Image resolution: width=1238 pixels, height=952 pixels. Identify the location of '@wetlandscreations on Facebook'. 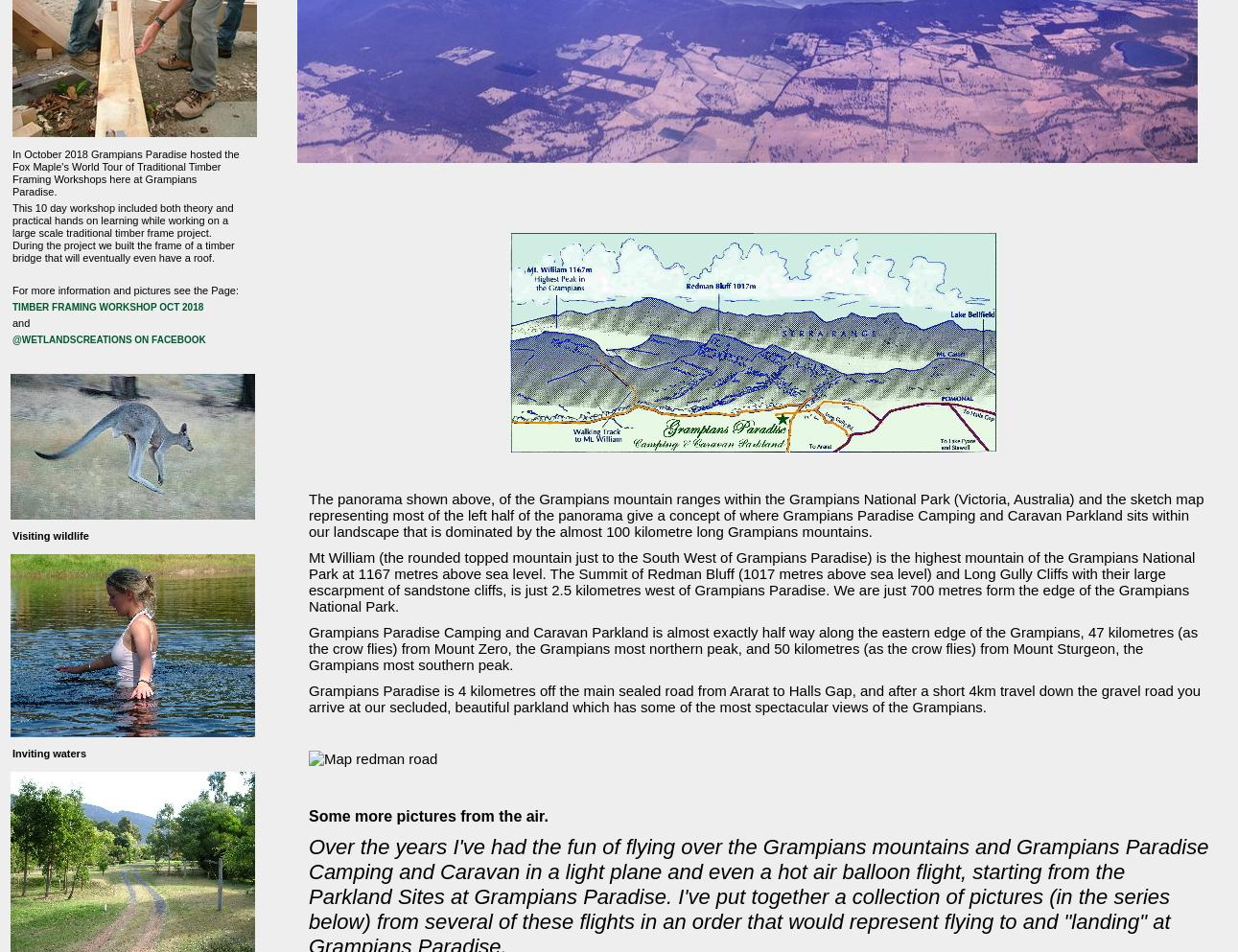
(107, 338).